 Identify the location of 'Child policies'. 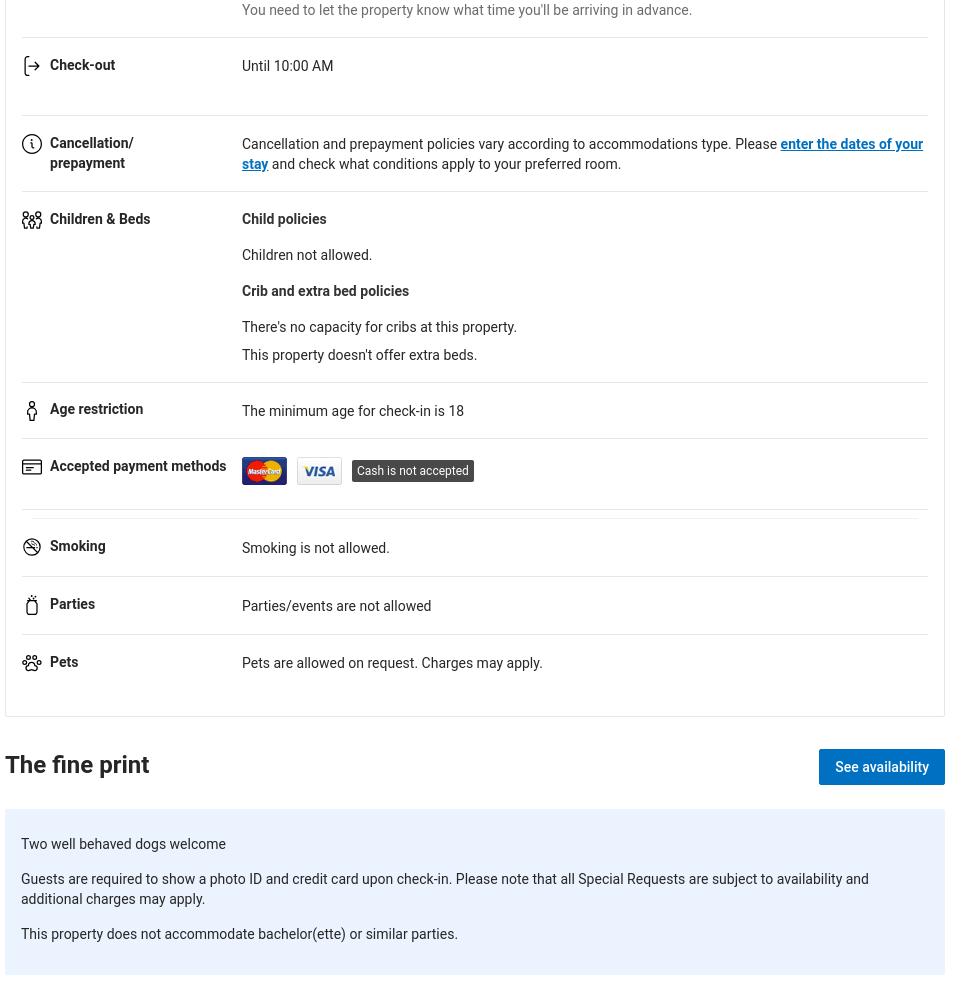
(284, 216).